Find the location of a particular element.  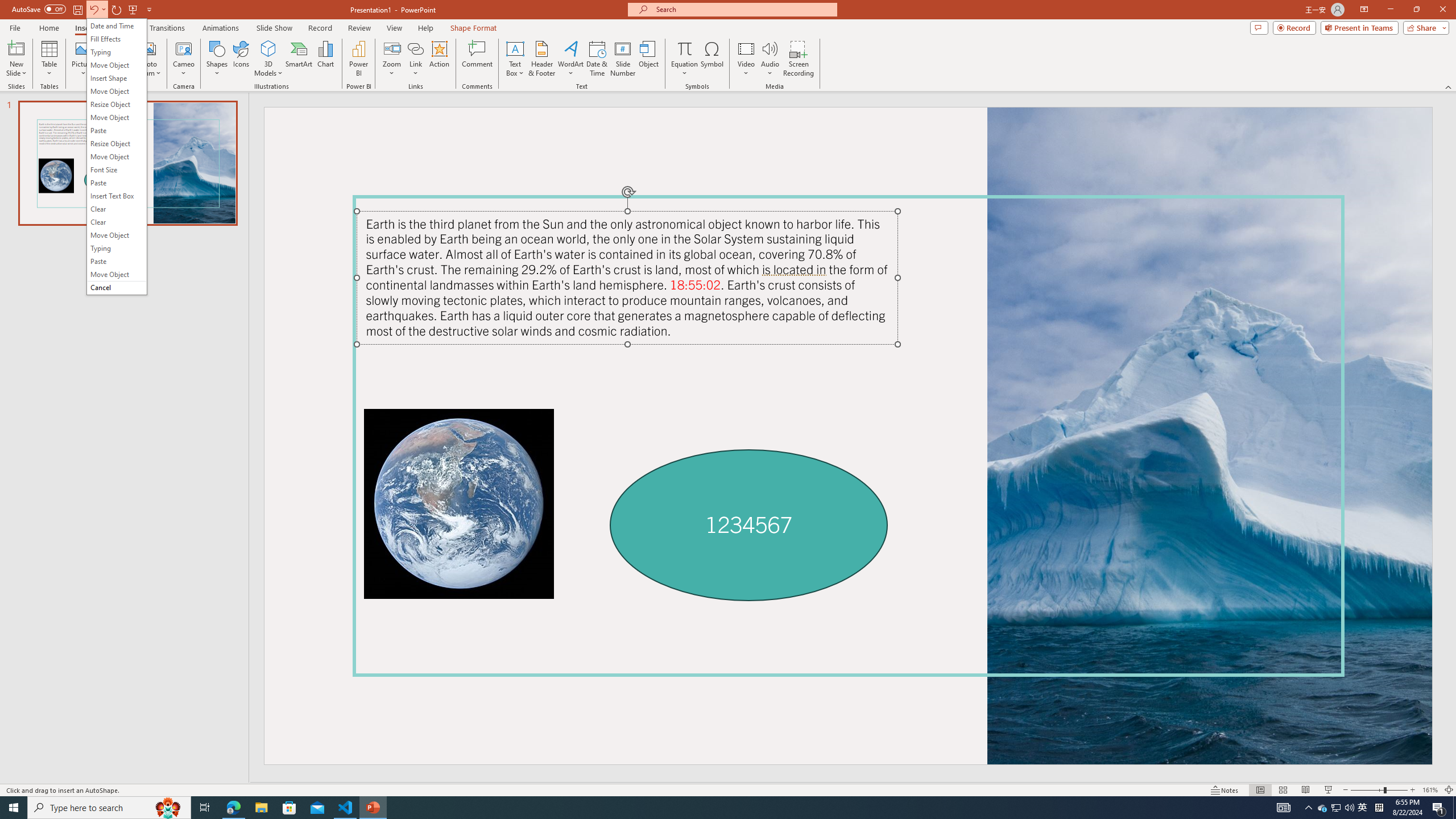

'Collapse the Ribbon' is located at coordinates (1449, 87).